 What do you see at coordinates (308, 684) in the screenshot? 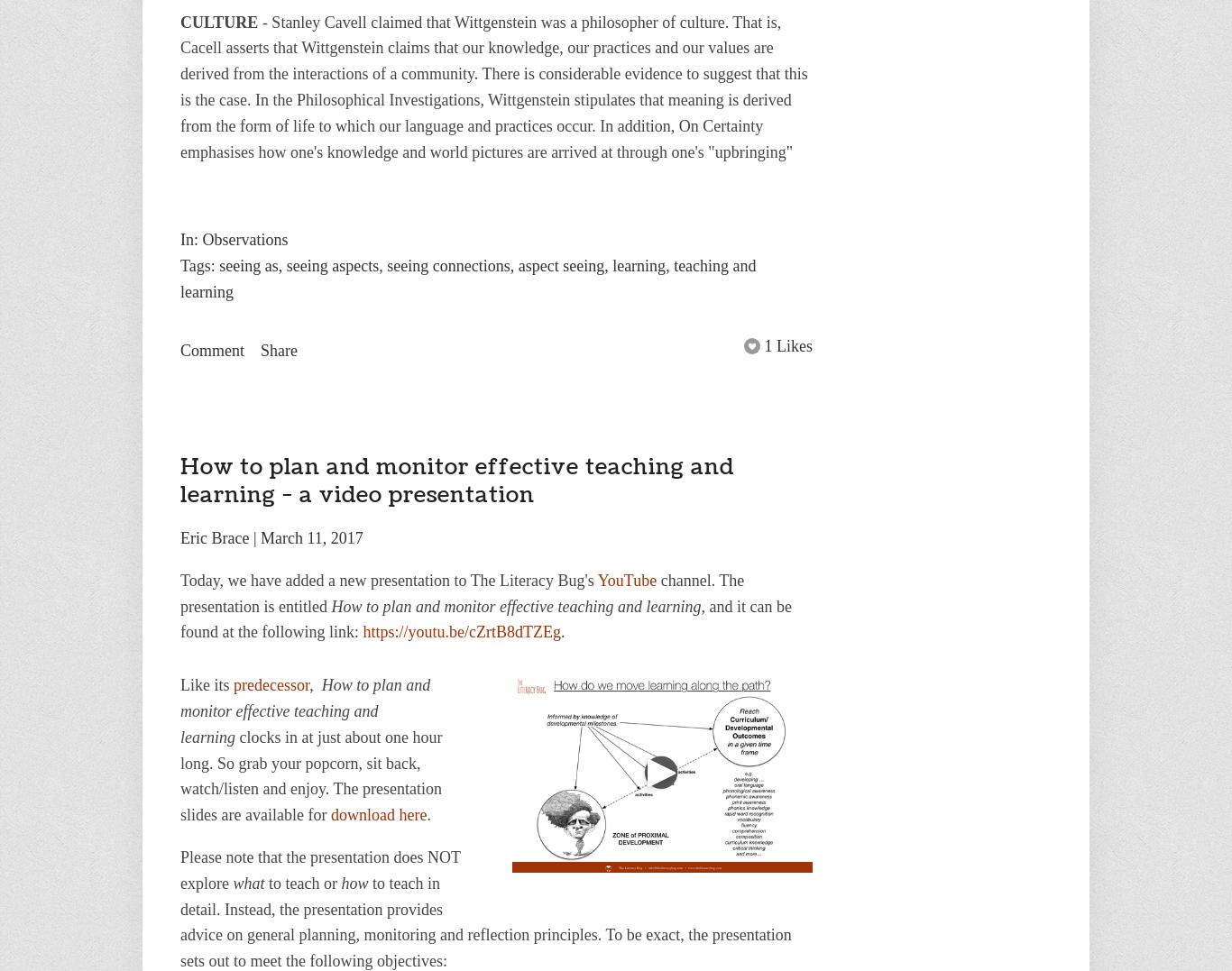
I see `','` at bounding box center [308, 684].